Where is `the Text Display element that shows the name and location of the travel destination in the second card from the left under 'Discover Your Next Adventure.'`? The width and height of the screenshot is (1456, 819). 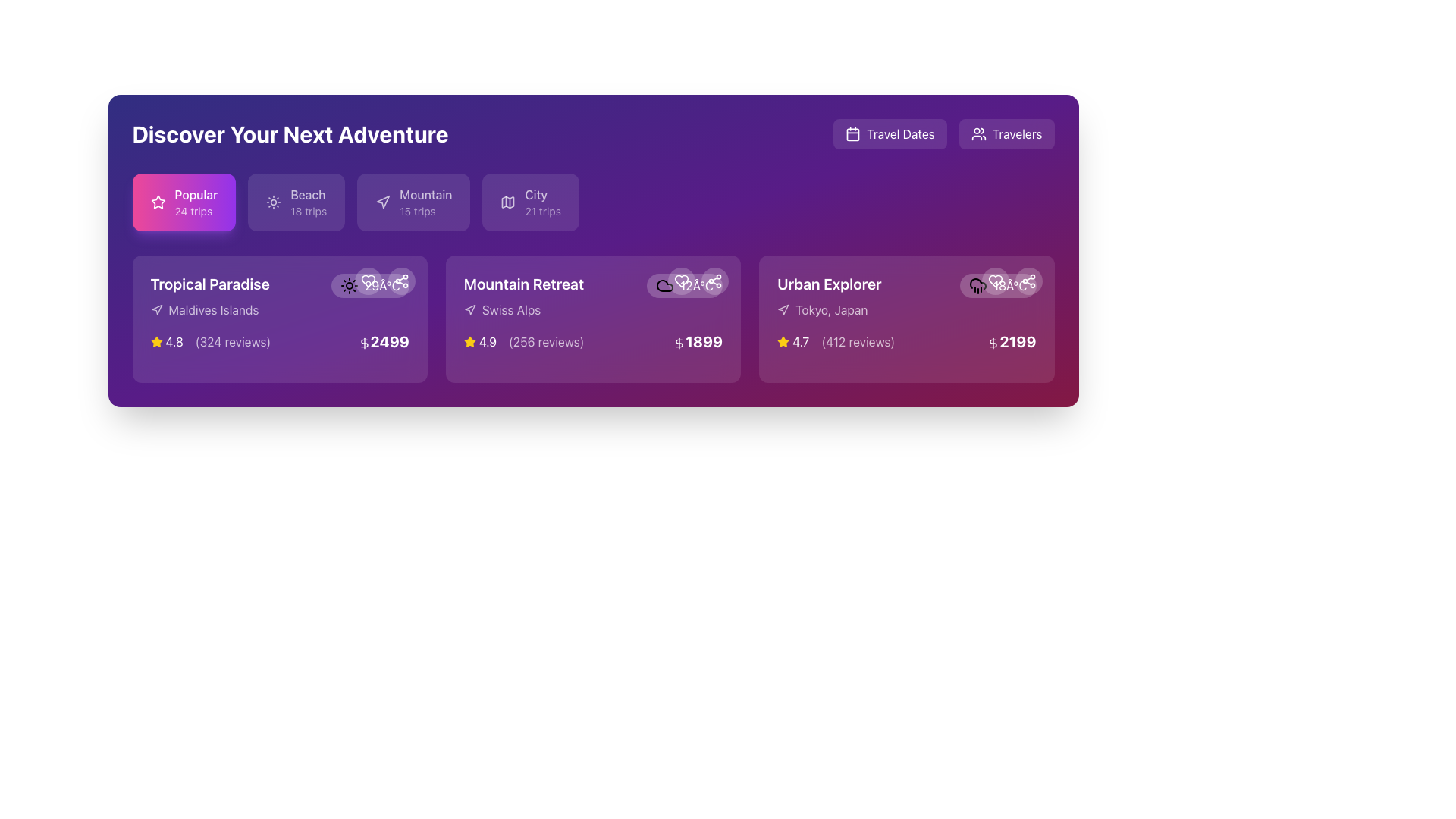 the Text Display element that shows the name and location of the travel destination in the second card from the left under 'Discover Your Next Adventure.' is located at coordinates (524, 296).